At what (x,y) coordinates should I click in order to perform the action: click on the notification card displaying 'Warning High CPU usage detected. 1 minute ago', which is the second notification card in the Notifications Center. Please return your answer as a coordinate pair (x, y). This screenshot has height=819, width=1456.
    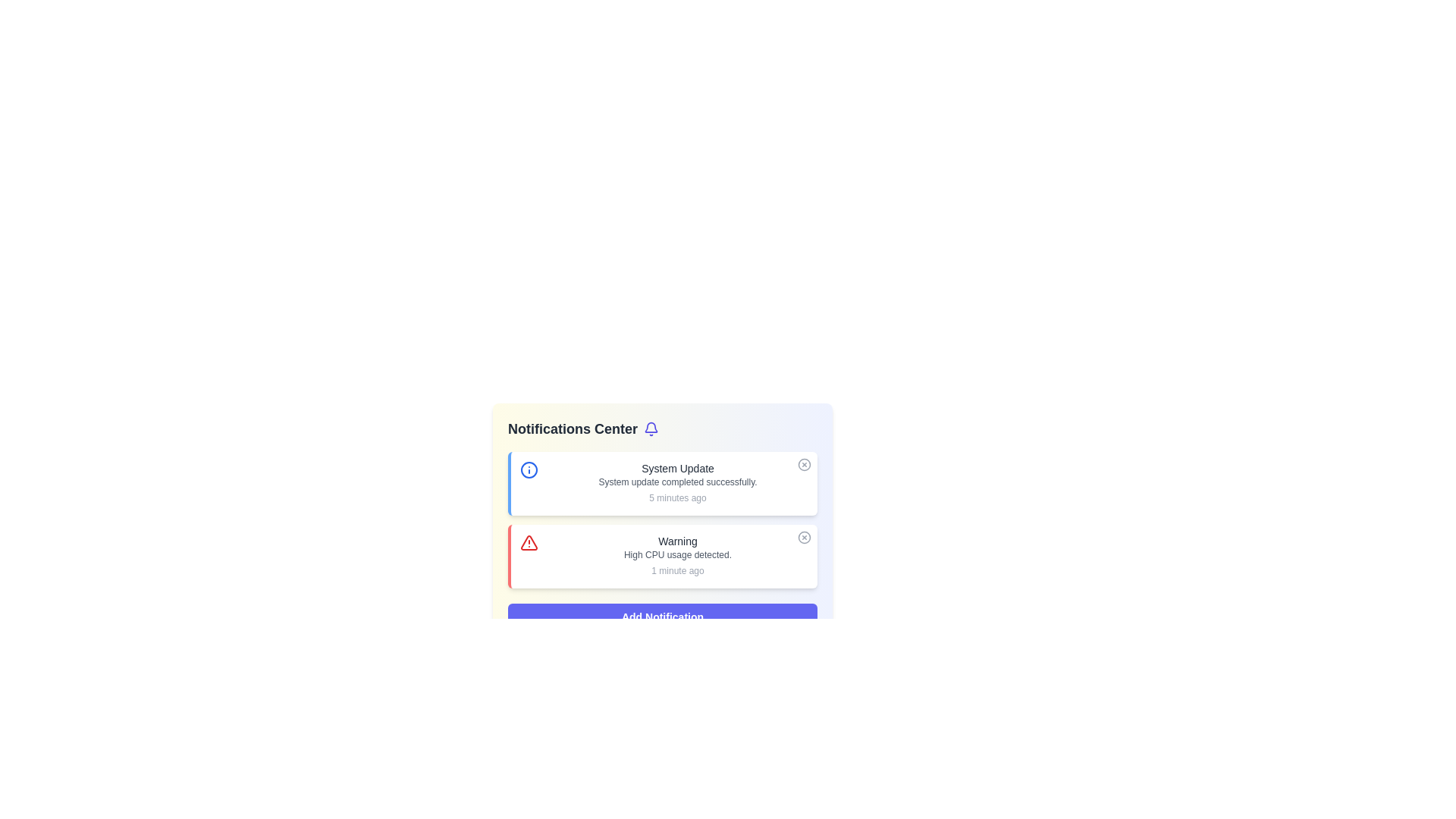
    Looking at the image, I should click on (676, 556).